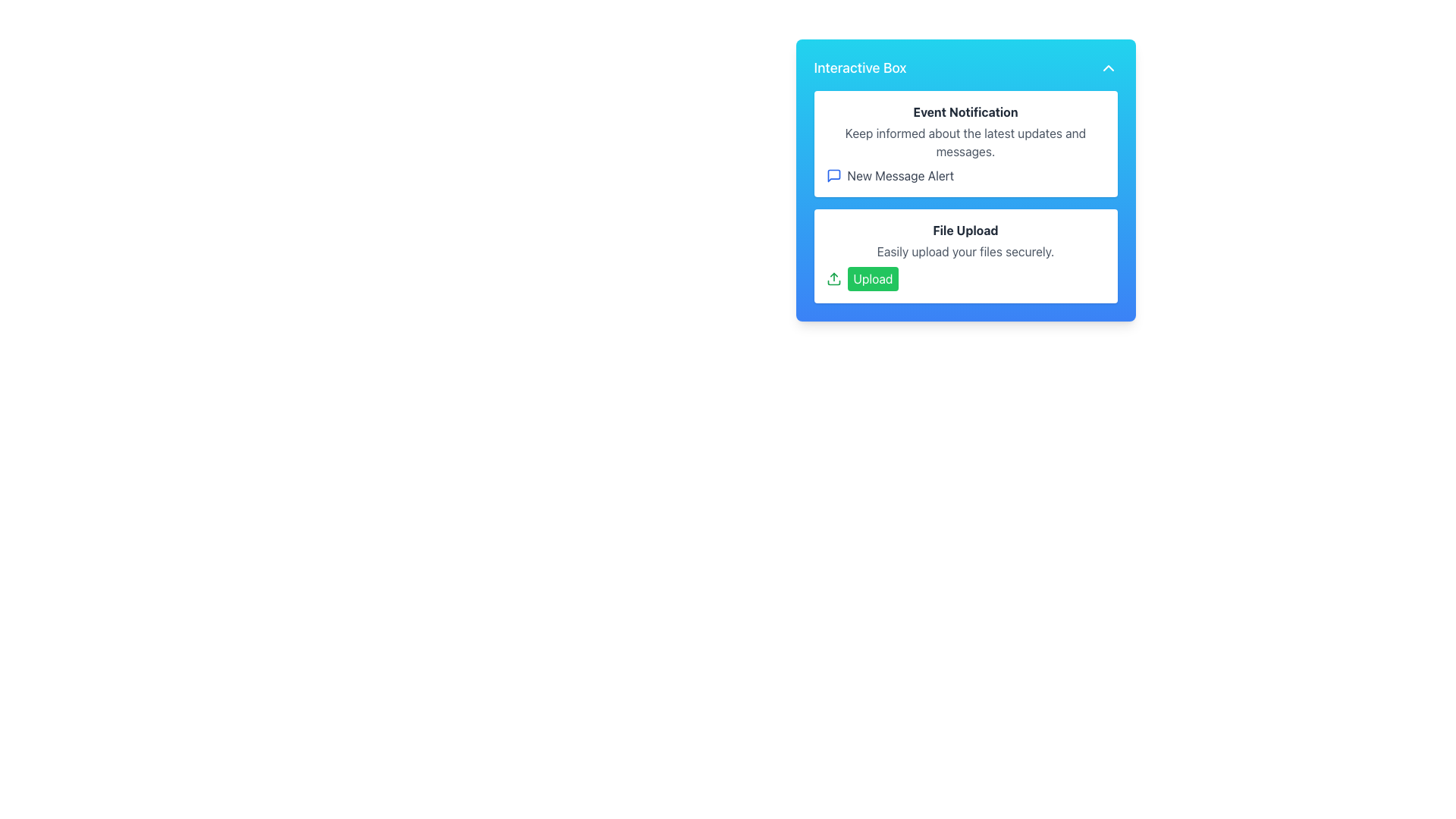 This screenshot has width=1456, height=819. Describe the element at coordinates (873, 278) in the screenshot. I see `the file upload button located in the 'File Upload' section of the 'Interactive Box'` at that location.